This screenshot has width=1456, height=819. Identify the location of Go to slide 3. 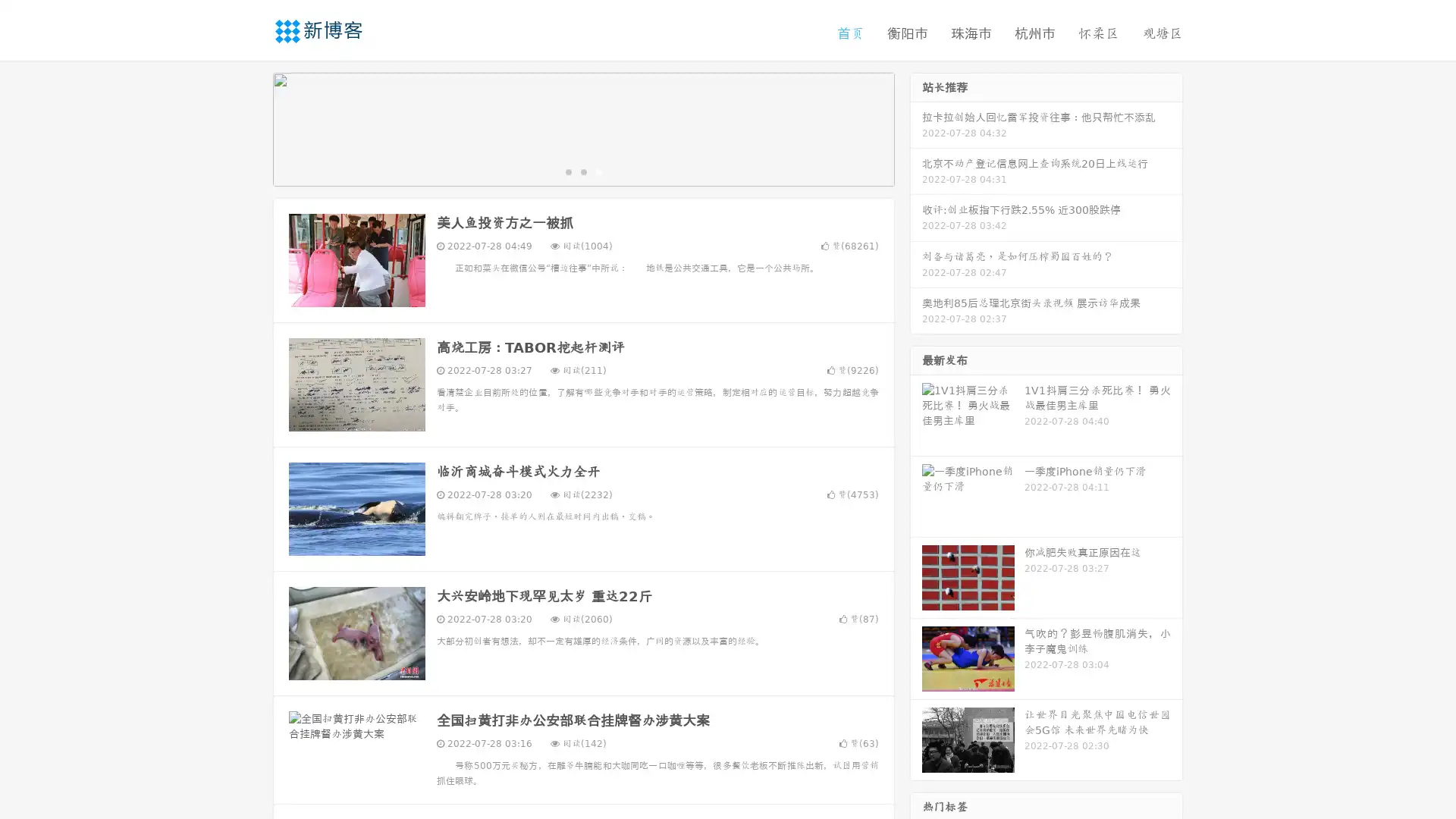
(598, 171).